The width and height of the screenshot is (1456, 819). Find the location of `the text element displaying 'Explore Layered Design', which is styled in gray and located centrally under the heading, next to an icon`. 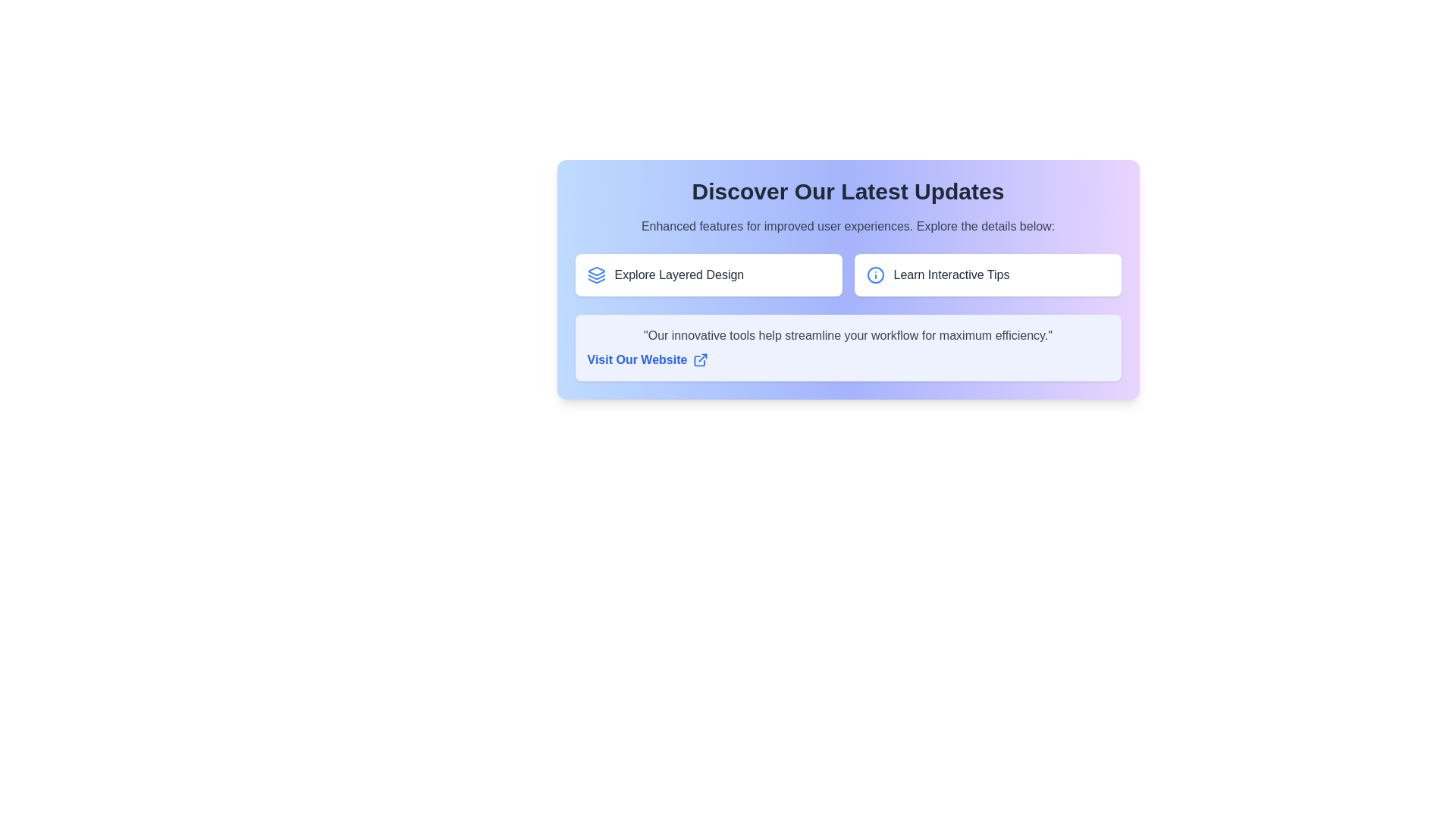

the text element displaying 'Explore Layered Design', which is styled in gray and located centrally under the heading, next to an icon is located at coordinates (678, 275).